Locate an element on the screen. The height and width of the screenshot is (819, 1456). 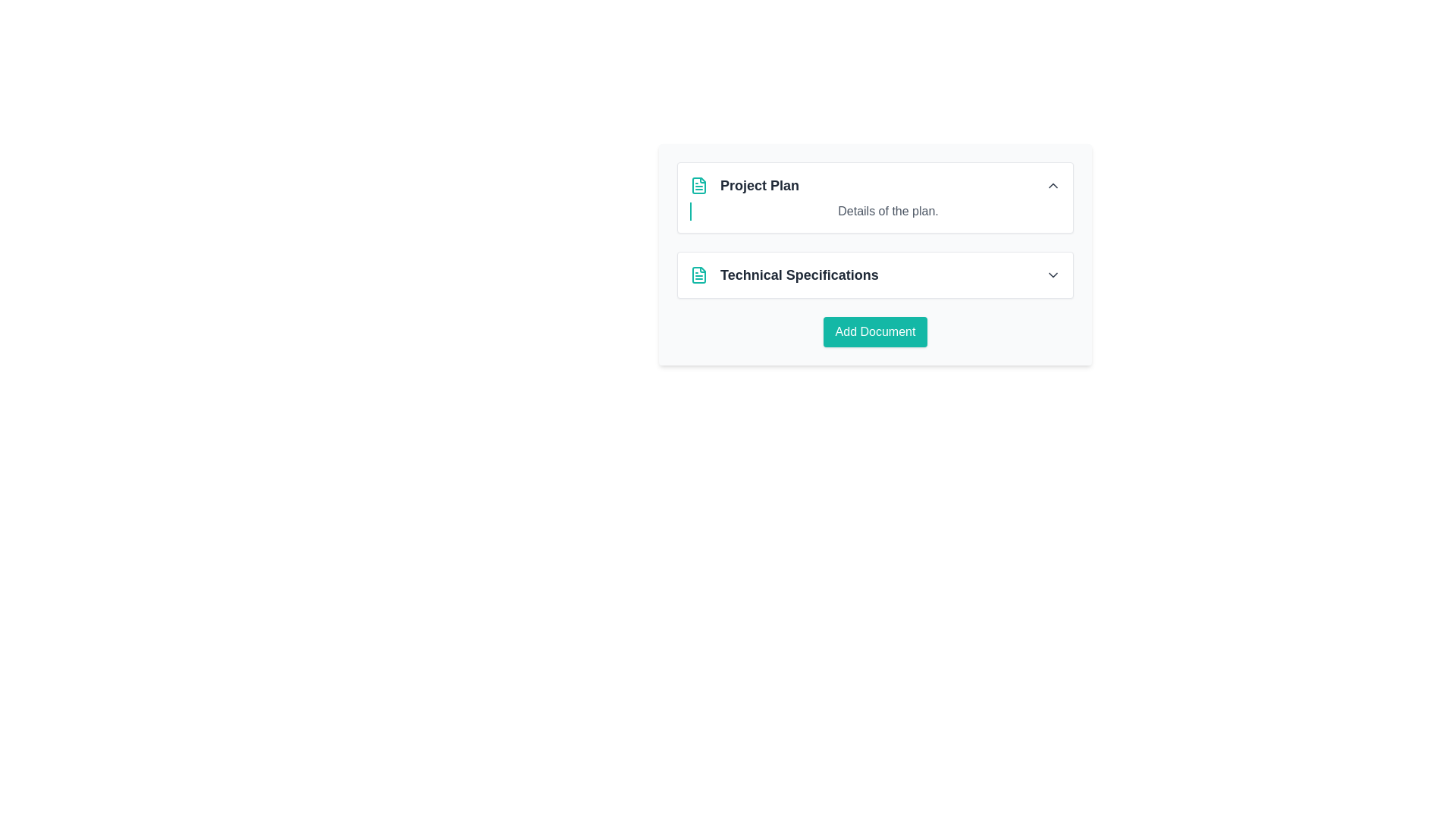
the button located at the center of the card below the 'Project Plan' and 'Technical Specifications' sections is located at coordinates (875, 331).